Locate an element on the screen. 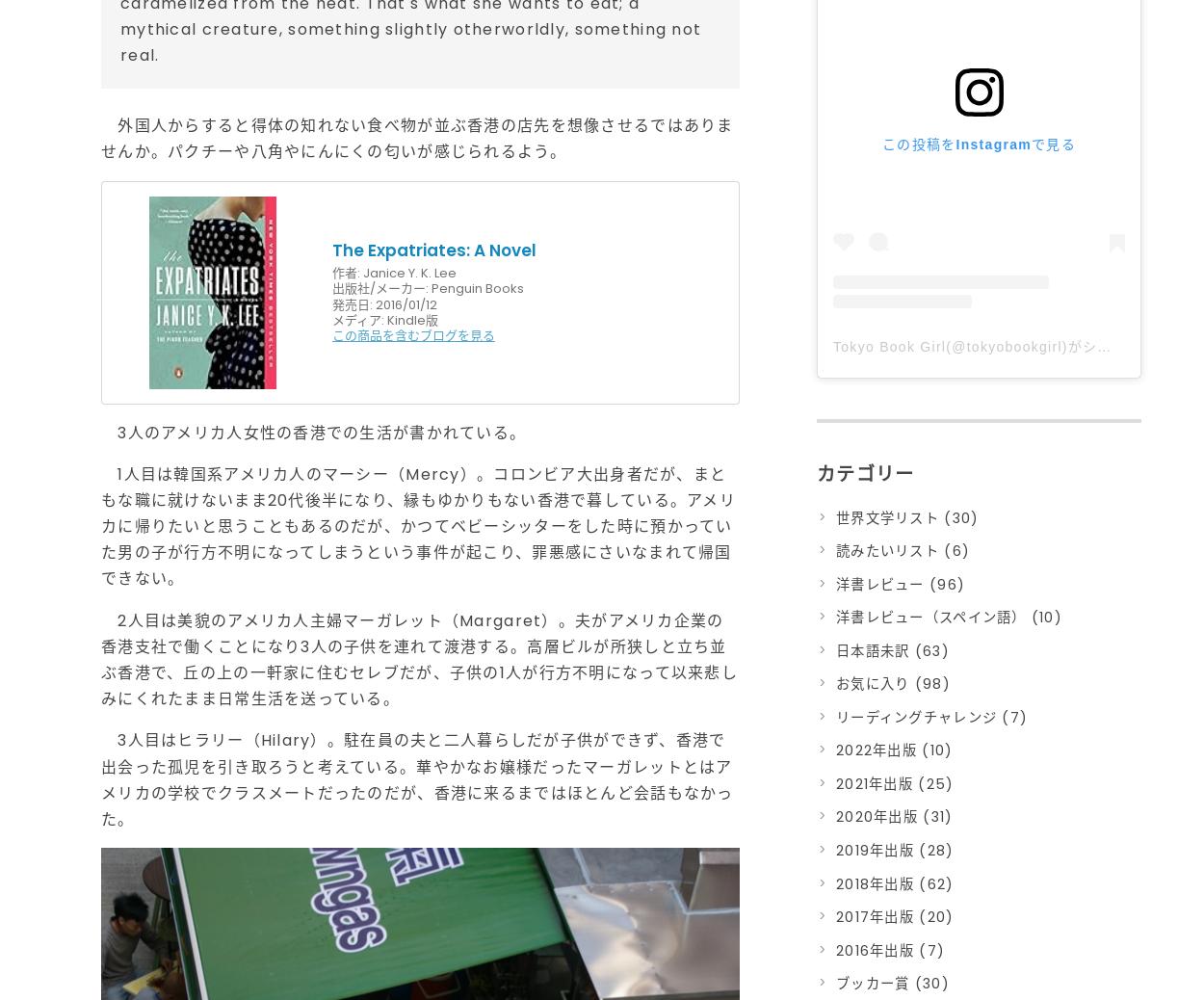 The image size is (1204, 1000). '2022年出版 (10)' is located at coordinates (835, 750).